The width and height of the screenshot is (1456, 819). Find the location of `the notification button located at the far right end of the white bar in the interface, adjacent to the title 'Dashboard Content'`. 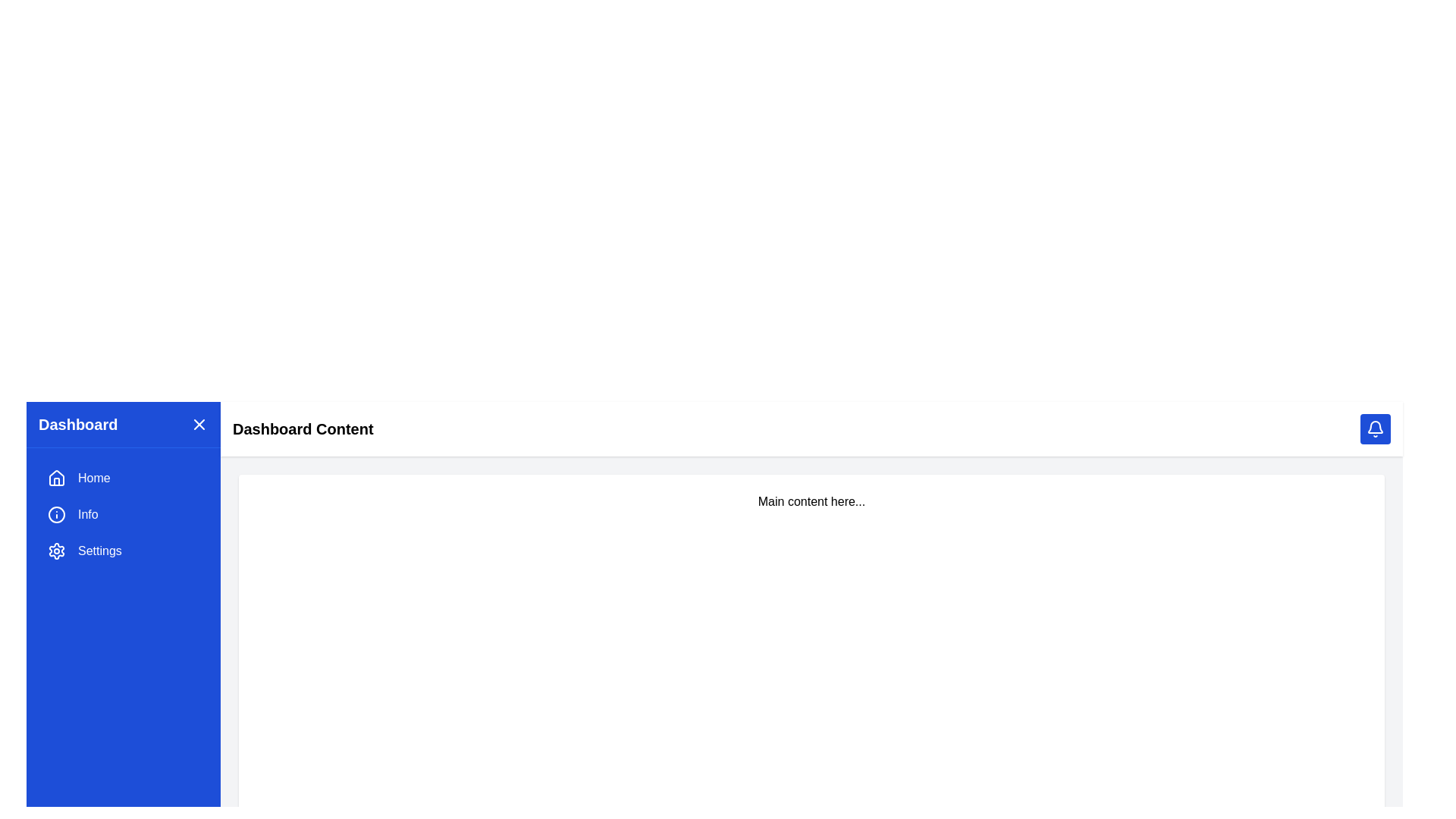

the notification button located at the far right end of the white bar in the interface, adjacent to the title 'Dashboard Content' is located at coordinates (1376, 429).